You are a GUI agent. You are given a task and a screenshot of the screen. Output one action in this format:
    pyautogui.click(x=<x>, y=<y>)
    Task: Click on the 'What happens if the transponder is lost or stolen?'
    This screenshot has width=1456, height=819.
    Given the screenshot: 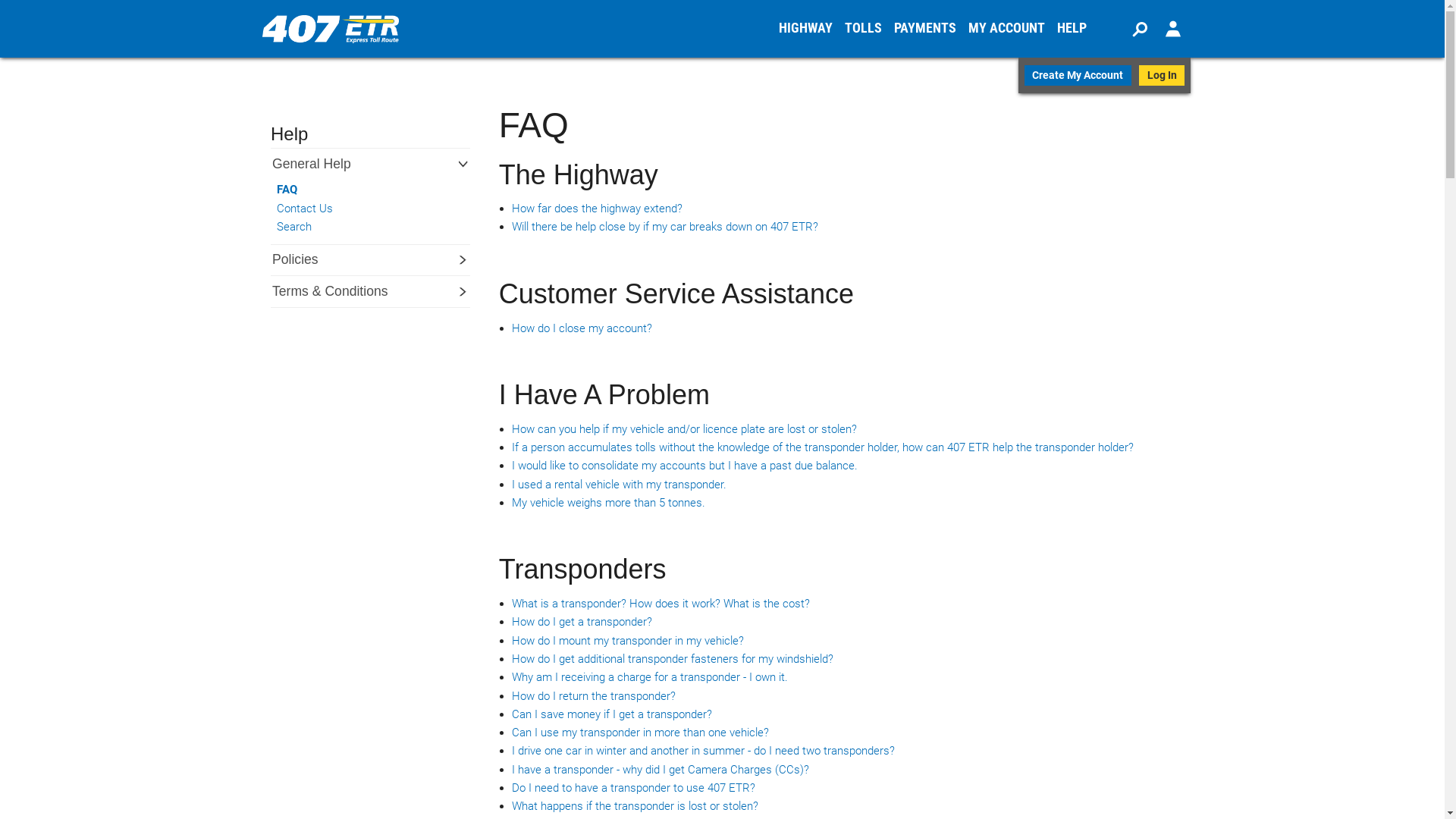 What is the action you would take?
    pyautogui.click(x=635, y=805)
    